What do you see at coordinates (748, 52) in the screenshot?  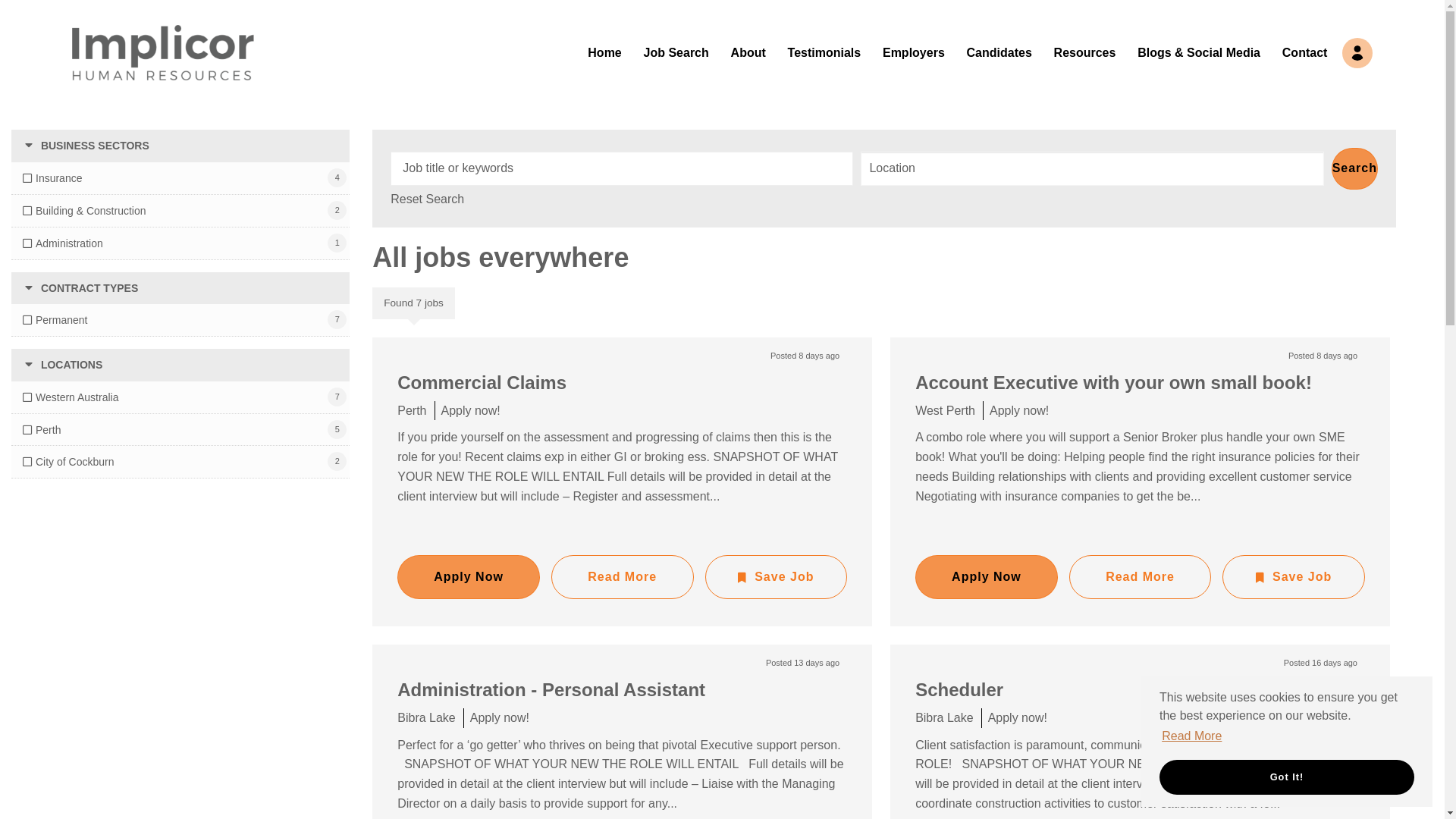 I see `'About'` at bounding box center [748, 52].